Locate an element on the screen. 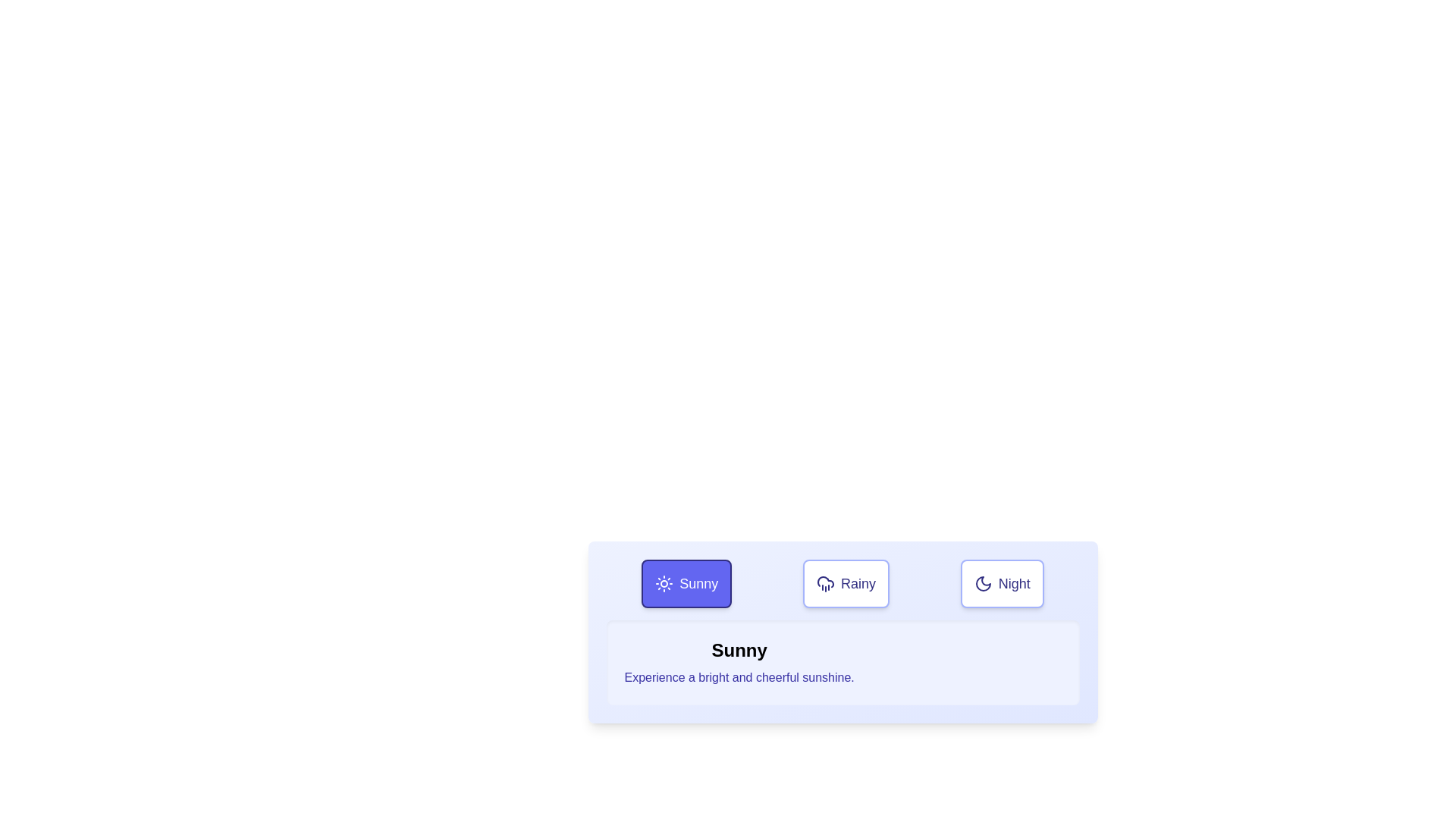 This screenshot has width=1456, height=819. the 'Night' button, which has a white background, indigo border, and indigo text is located at coordinates (1002, 583).